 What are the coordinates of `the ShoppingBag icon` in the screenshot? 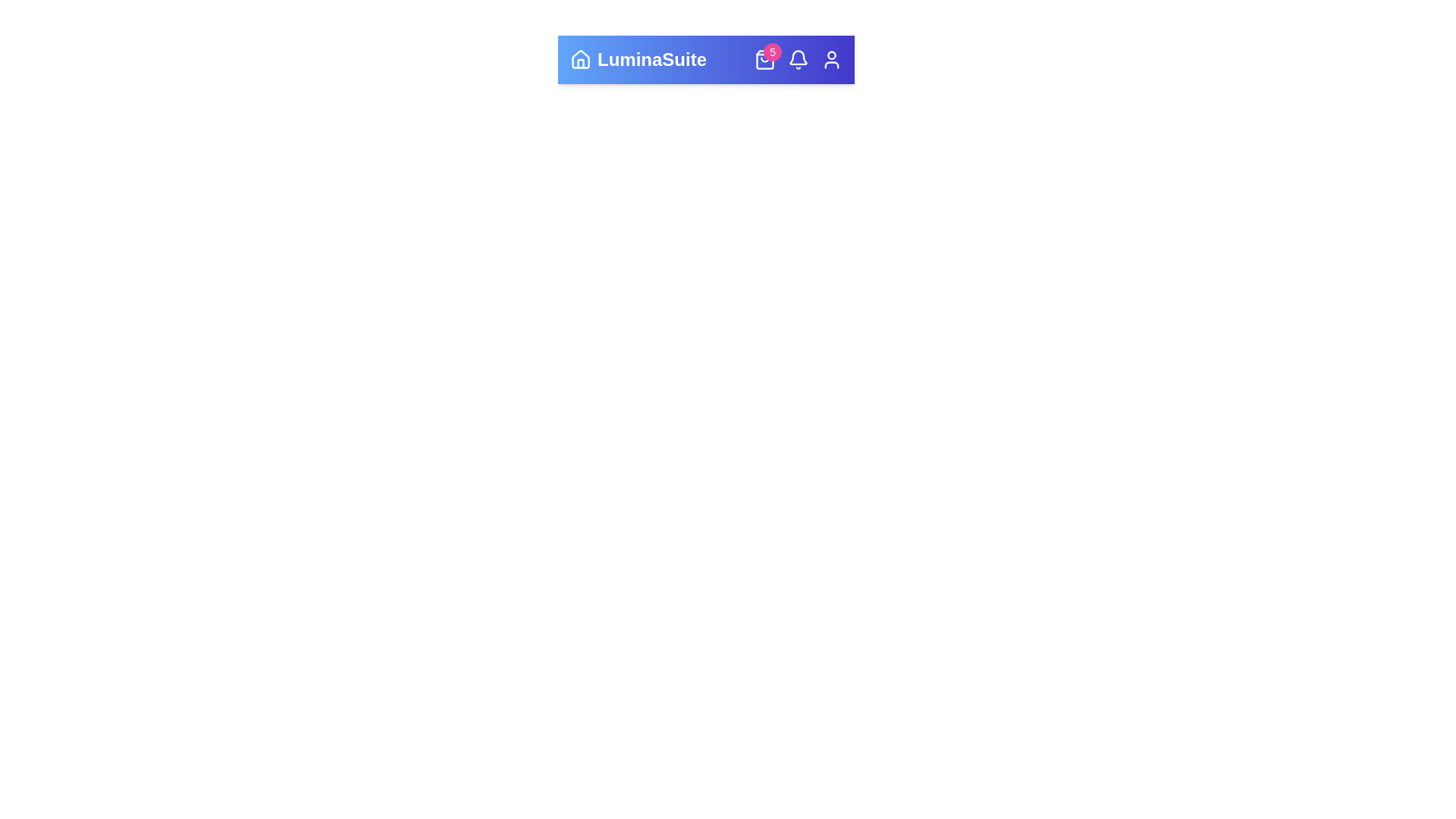 It's located at (764, 58).